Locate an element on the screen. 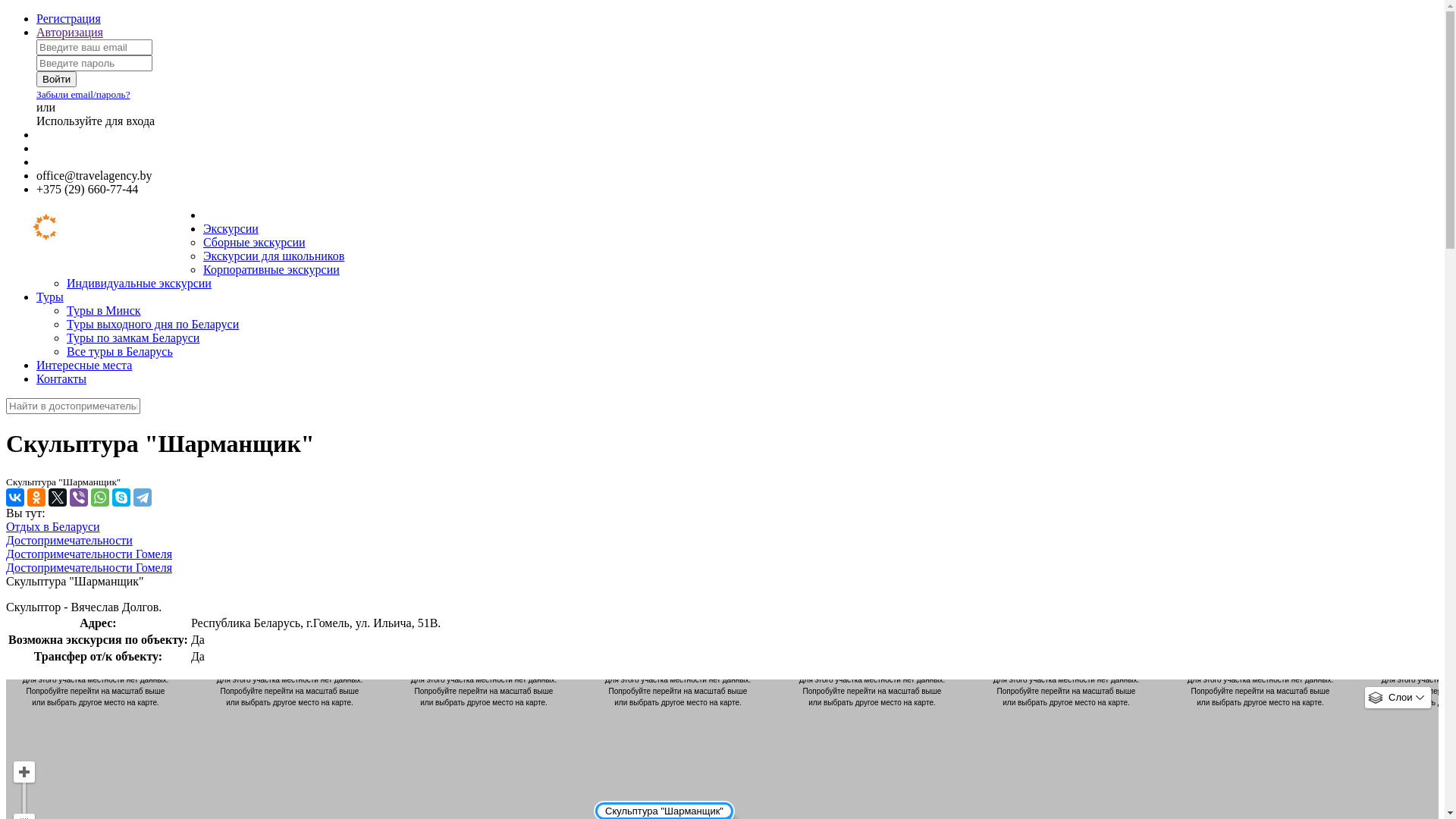  'Skype' is located at coordinates (120, 497).